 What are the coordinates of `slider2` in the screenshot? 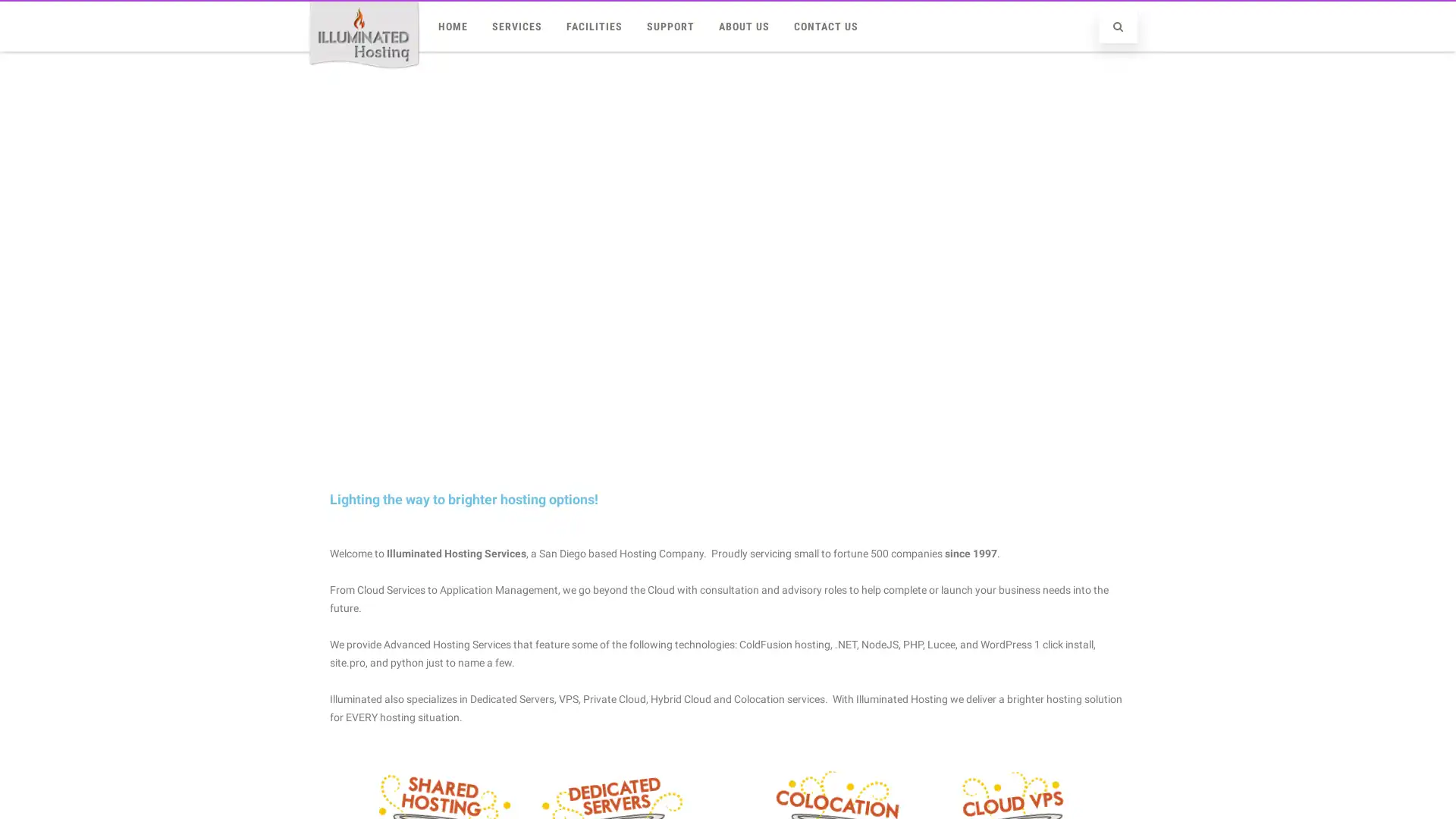 It's located at (735, 489).